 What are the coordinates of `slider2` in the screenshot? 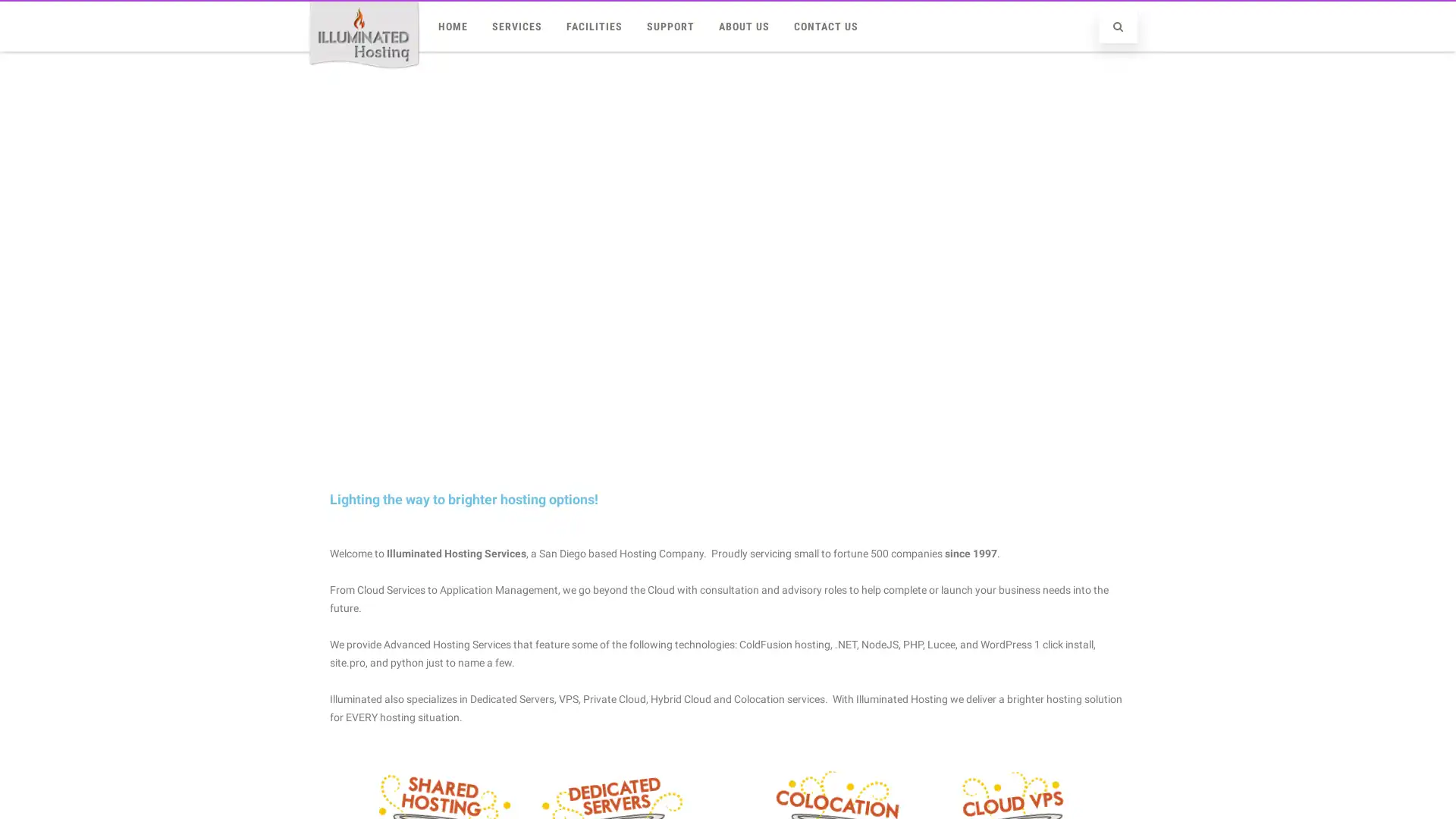 It's located at (735, 489).